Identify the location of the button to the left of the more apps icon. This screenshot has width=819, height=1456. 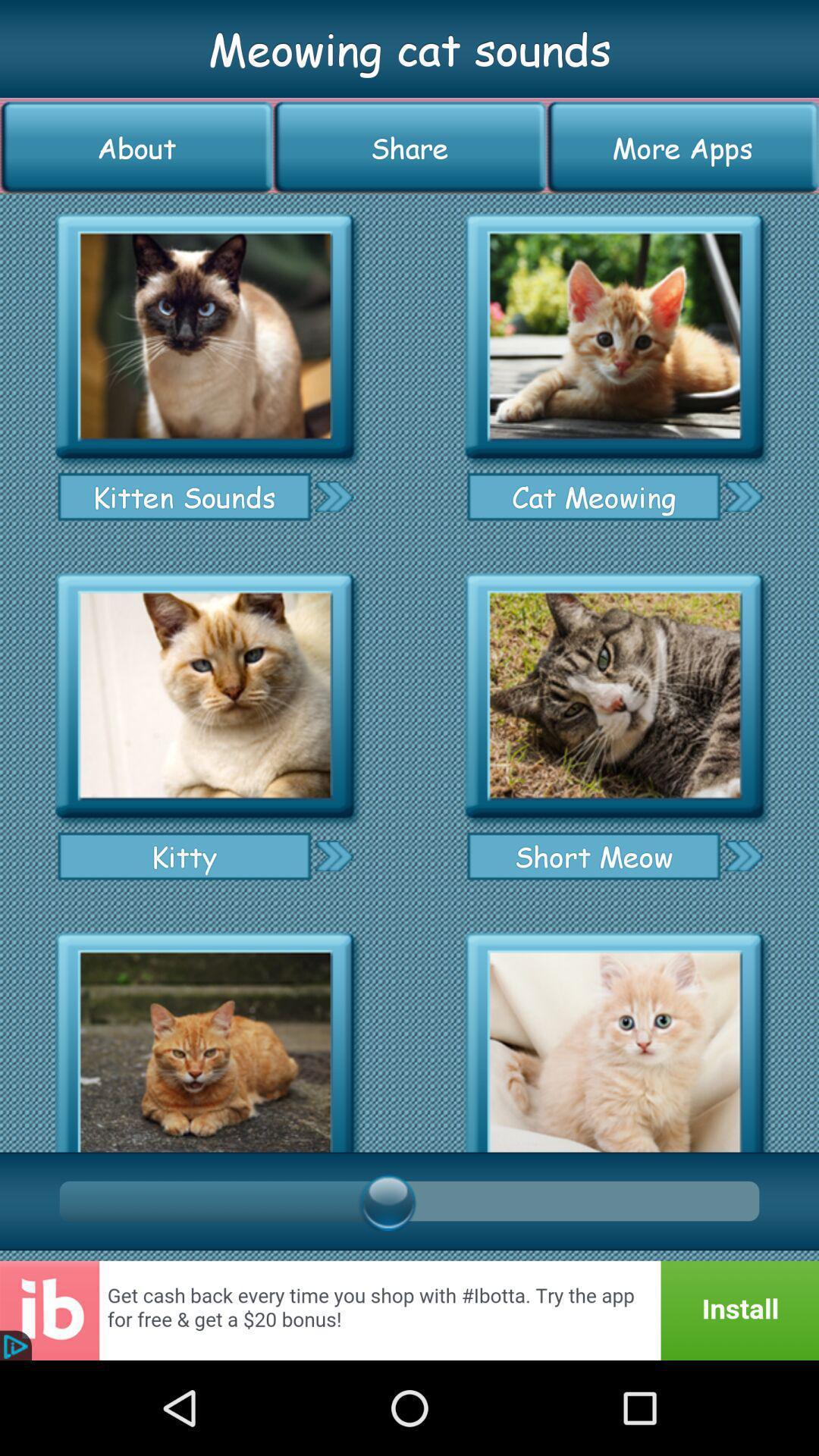
(409, 147).